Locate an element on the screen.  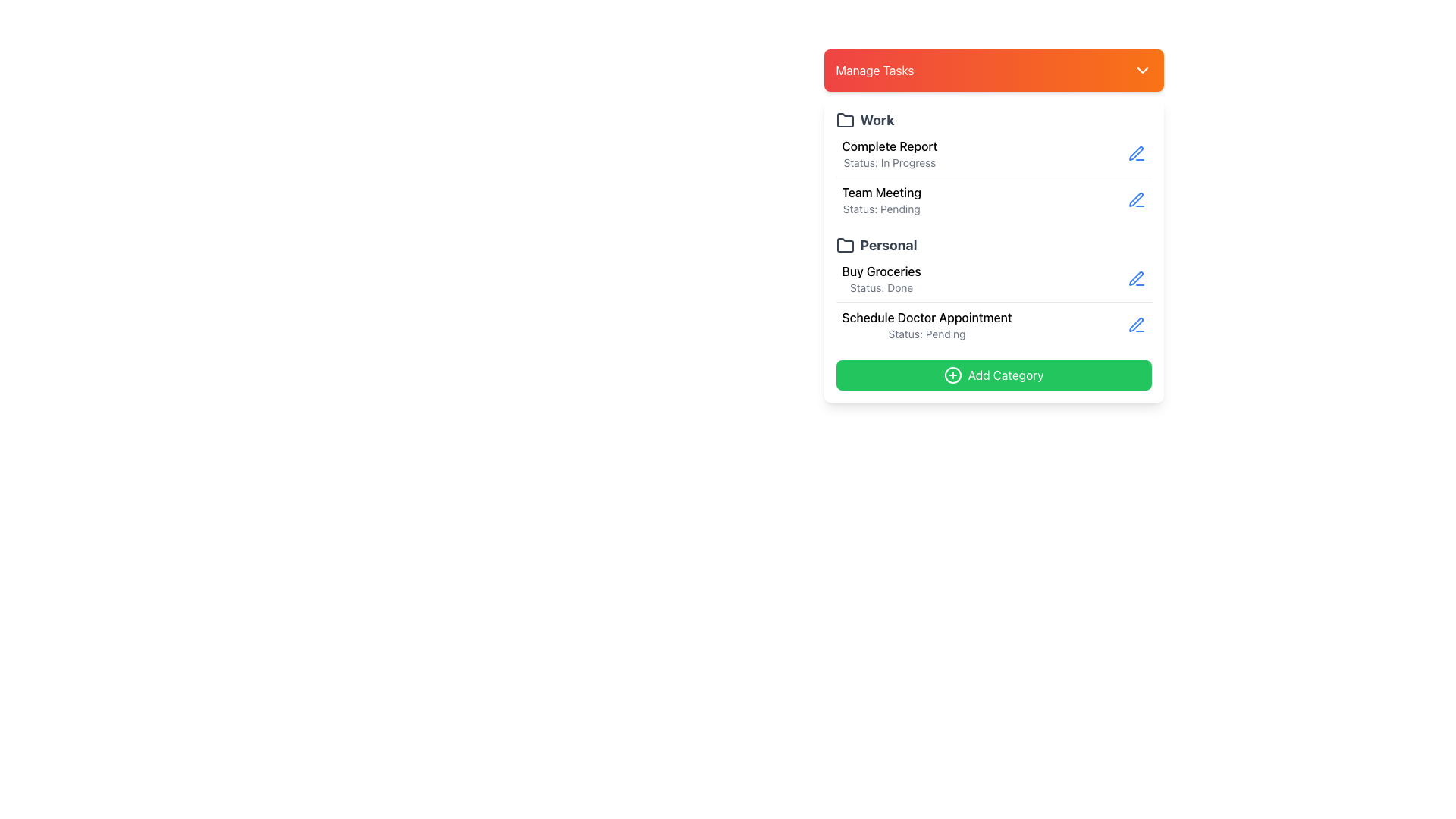
the central circle of the plus icon within the green 'Add Category' button located at the bottom of the task manager card is located at coordinates (952, 375).